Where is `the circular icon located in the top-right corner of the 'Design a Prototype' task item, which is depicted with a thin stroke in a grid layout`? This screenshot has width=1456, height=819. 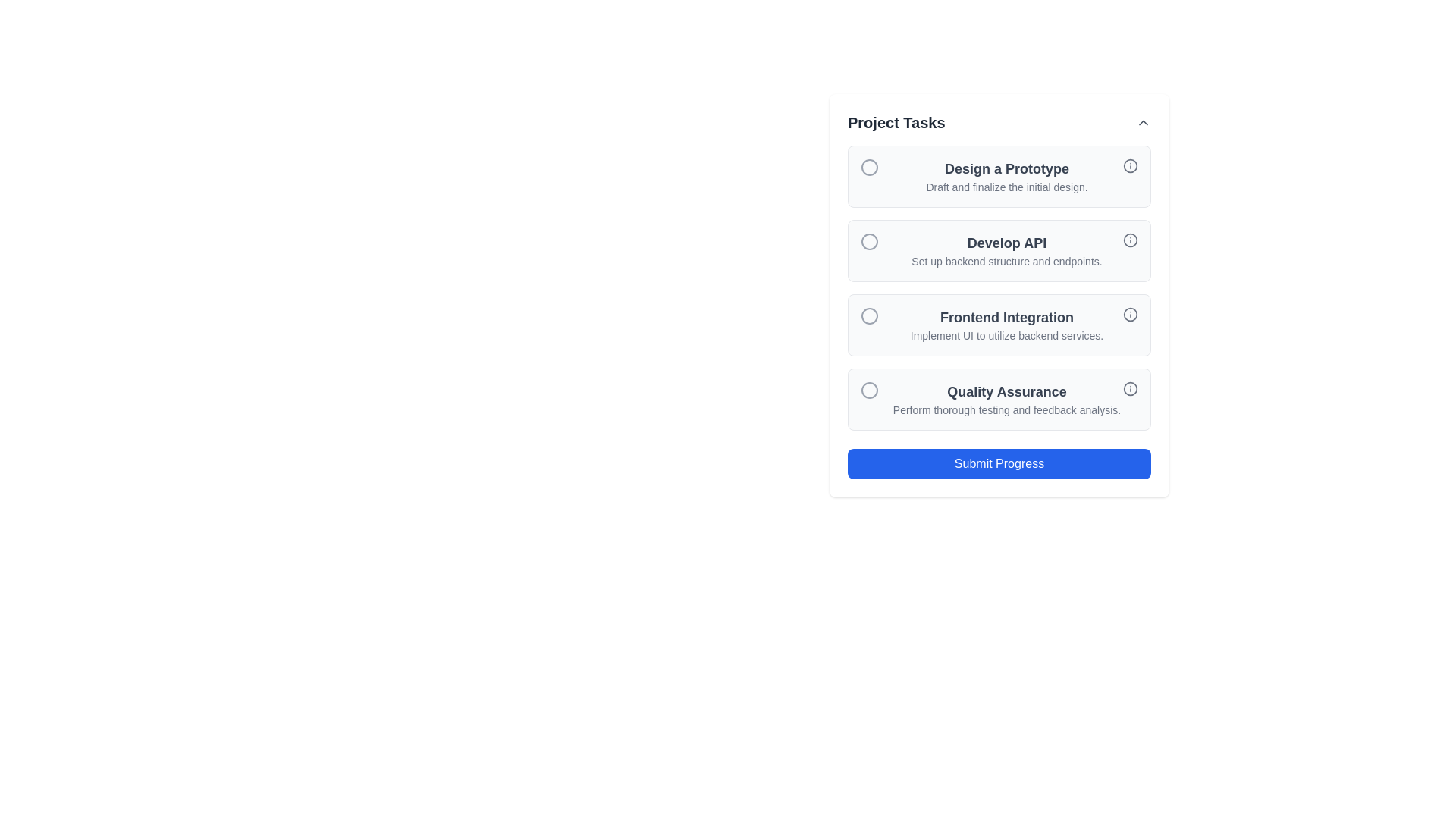
the circular icon located in the top-right corner of the 'Design a Prototype' task item, which is depicted with a thin stroke in a grid layout is located at coordinates (1131, 166).